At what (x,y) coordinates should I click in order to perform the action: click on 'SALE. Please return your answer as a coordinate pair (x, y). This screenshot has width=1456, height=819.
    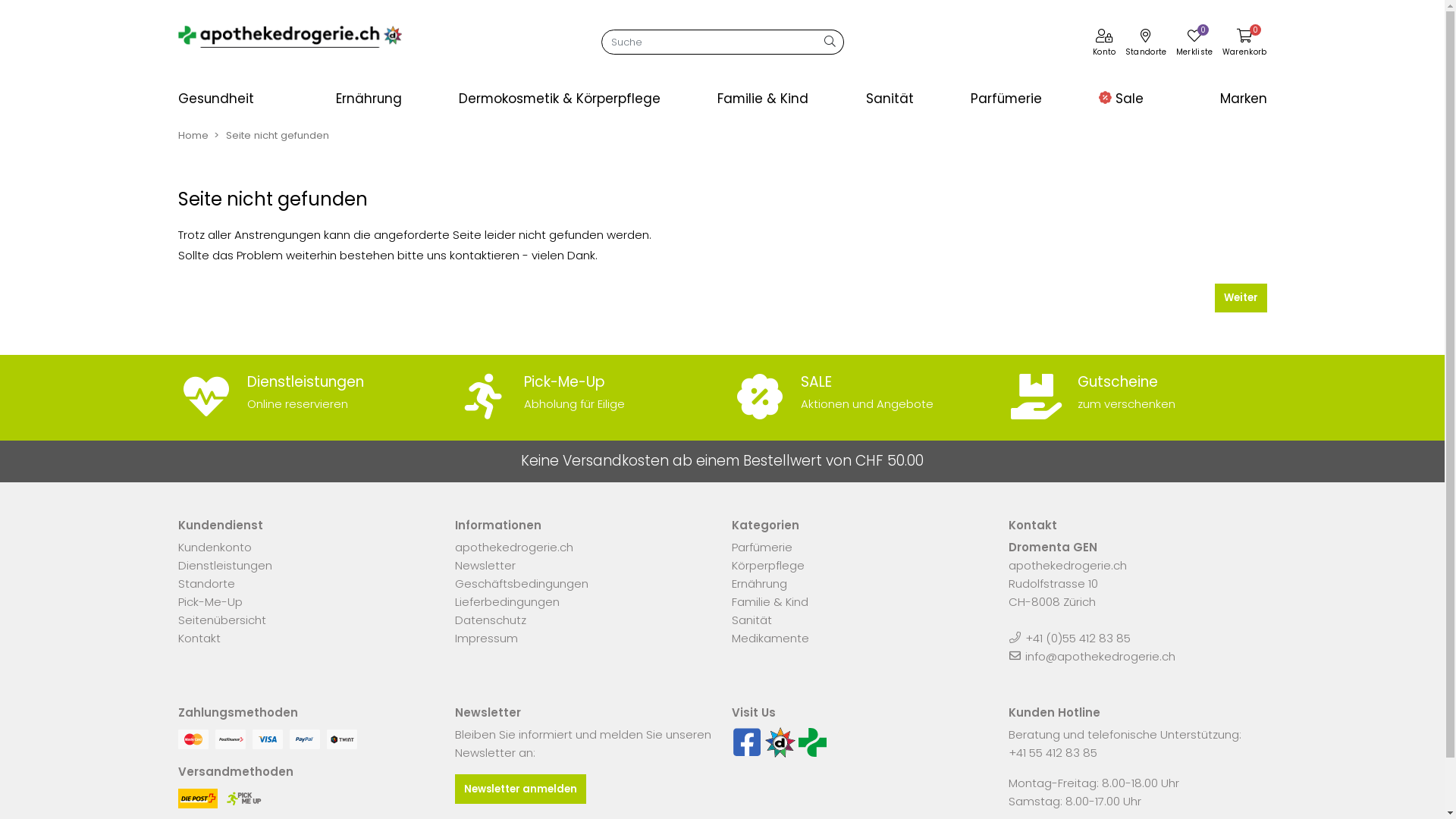
    Looking at the image, I should click on (860, 393).